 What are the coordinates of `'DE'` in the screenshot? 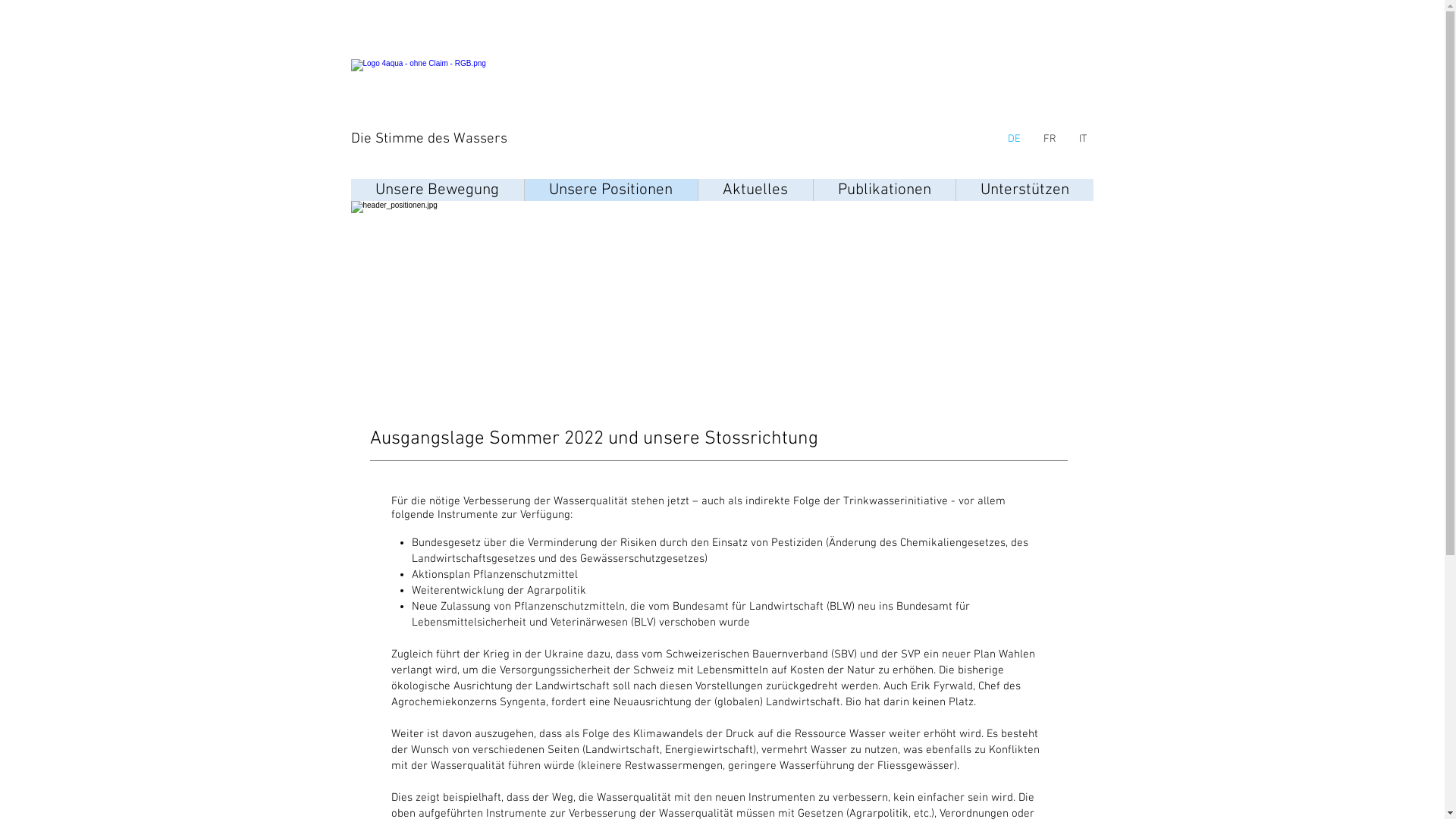 It's located at (1014, 140).